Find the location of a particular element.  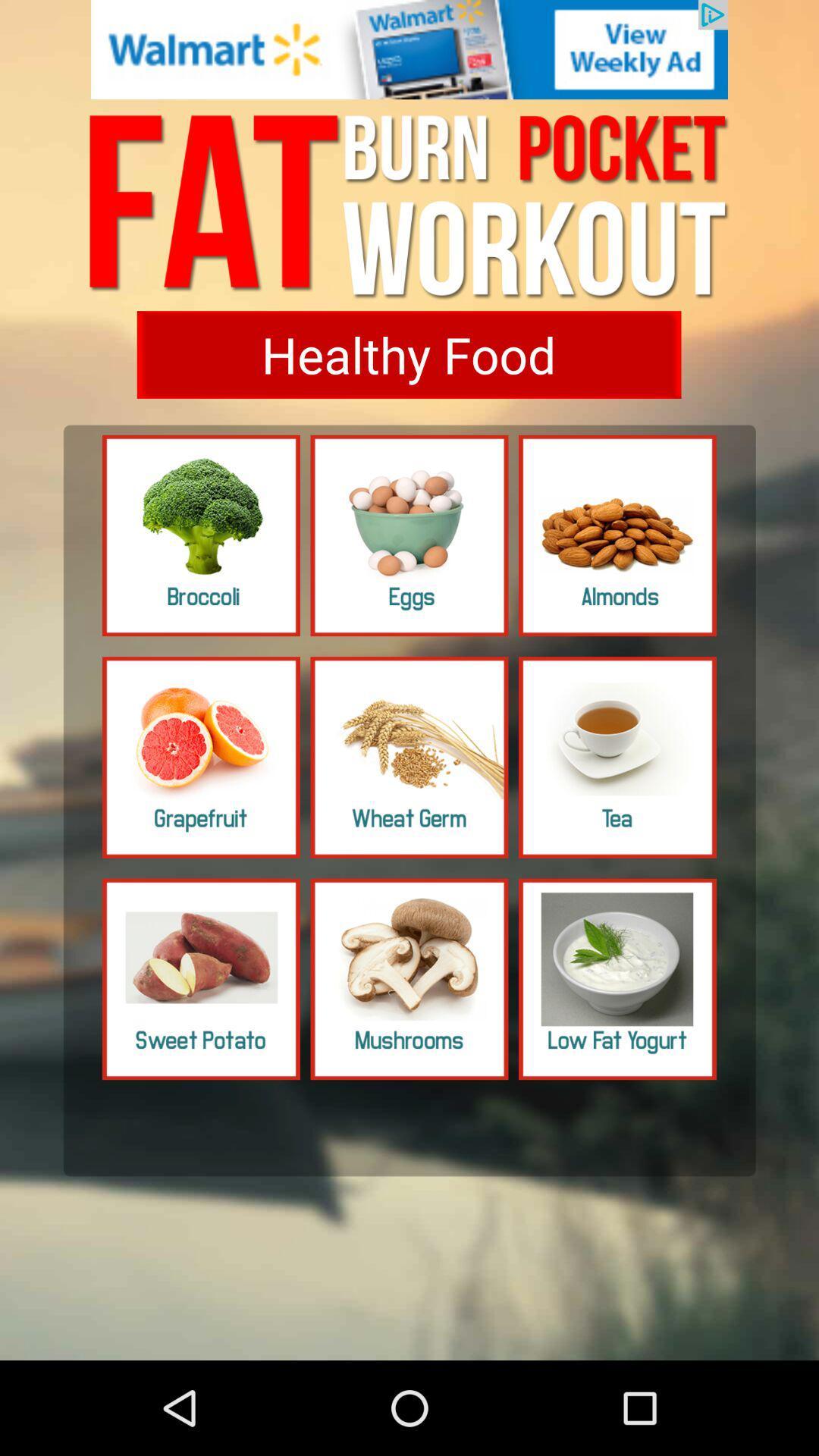

food panel is located at coordinates (200, 535).